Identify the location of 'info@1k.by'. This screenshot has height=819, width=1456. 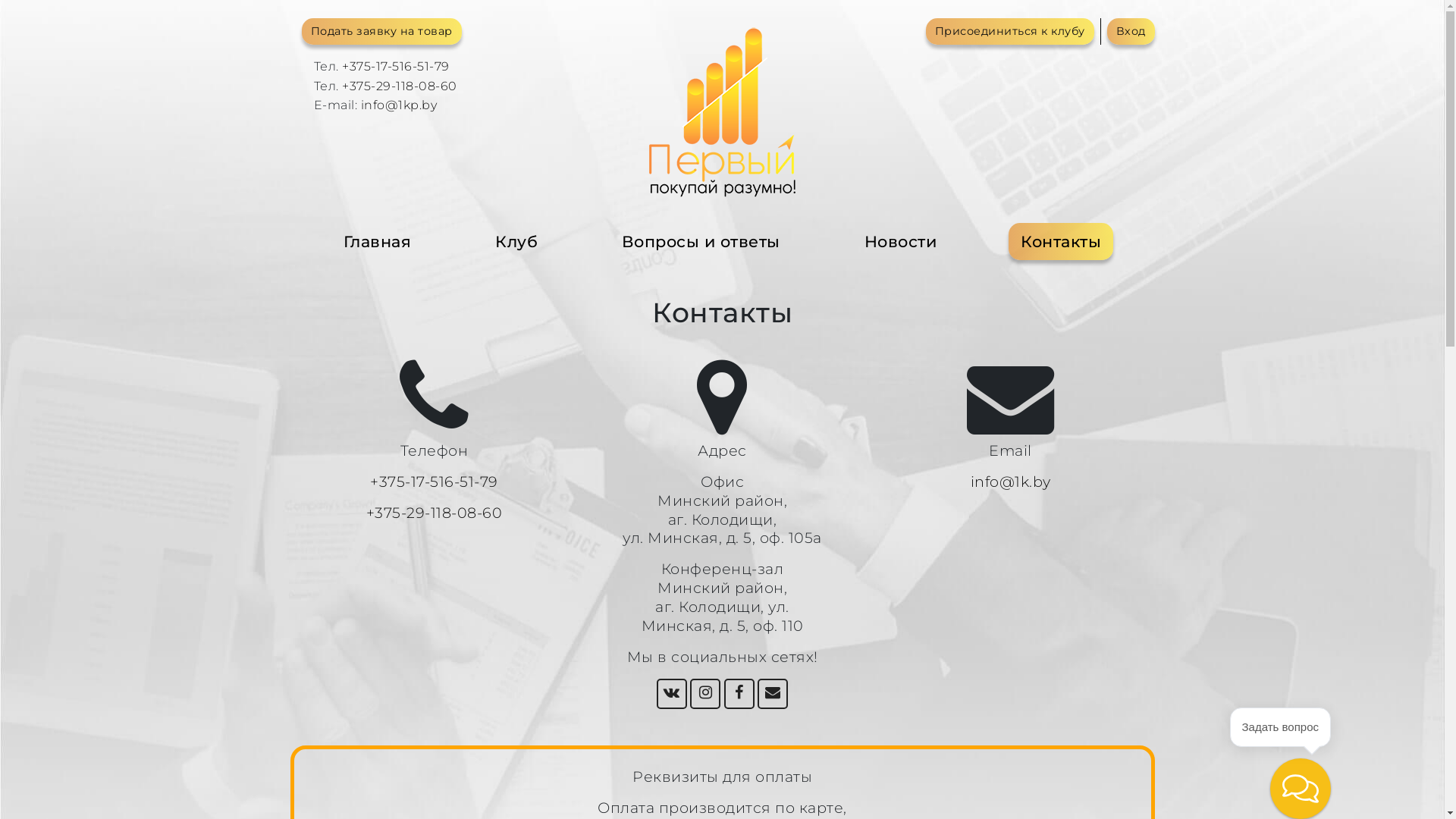
(1011, 482).